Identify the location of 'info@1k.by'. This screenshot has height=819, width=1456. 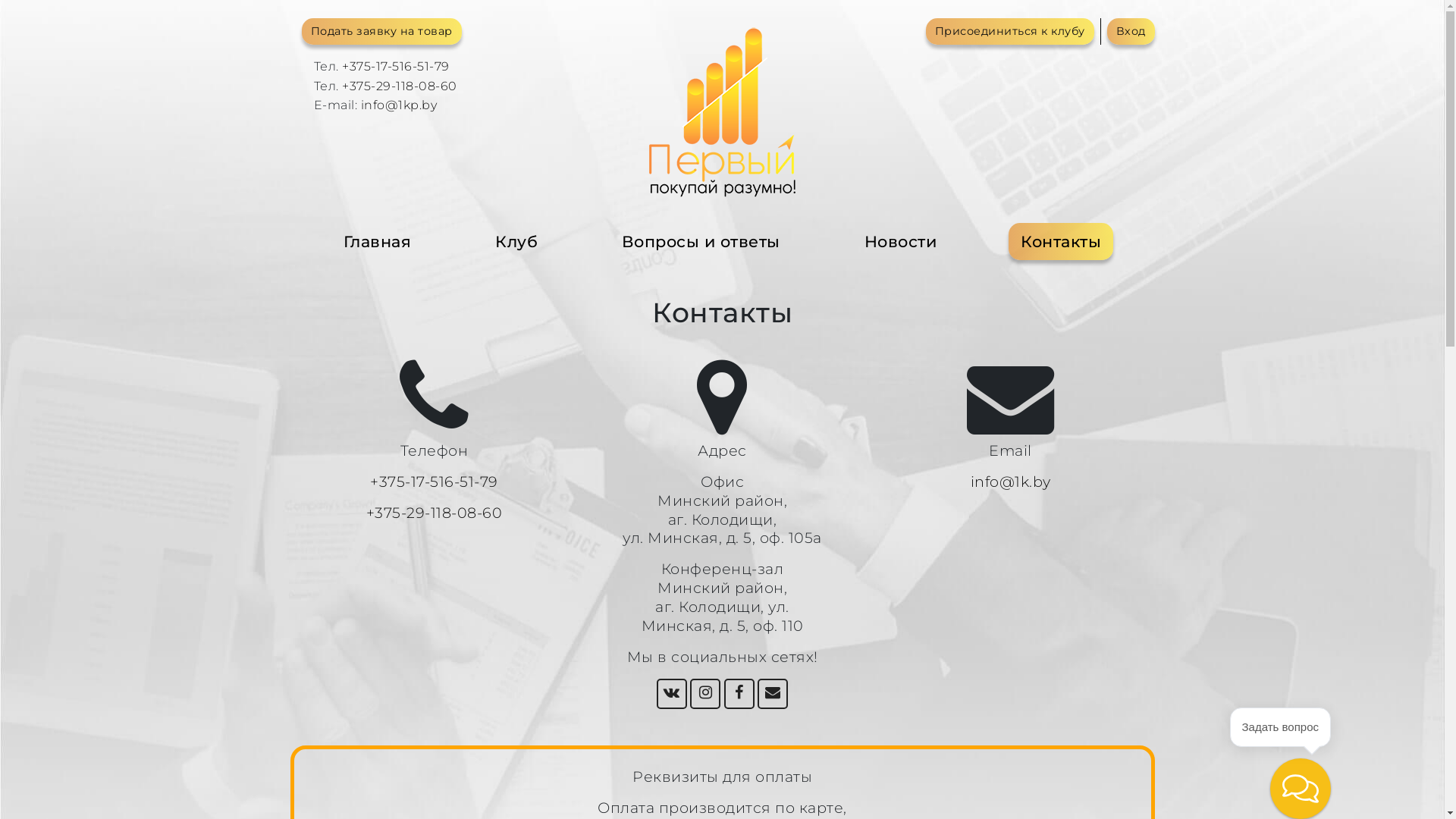
(1011, 482).